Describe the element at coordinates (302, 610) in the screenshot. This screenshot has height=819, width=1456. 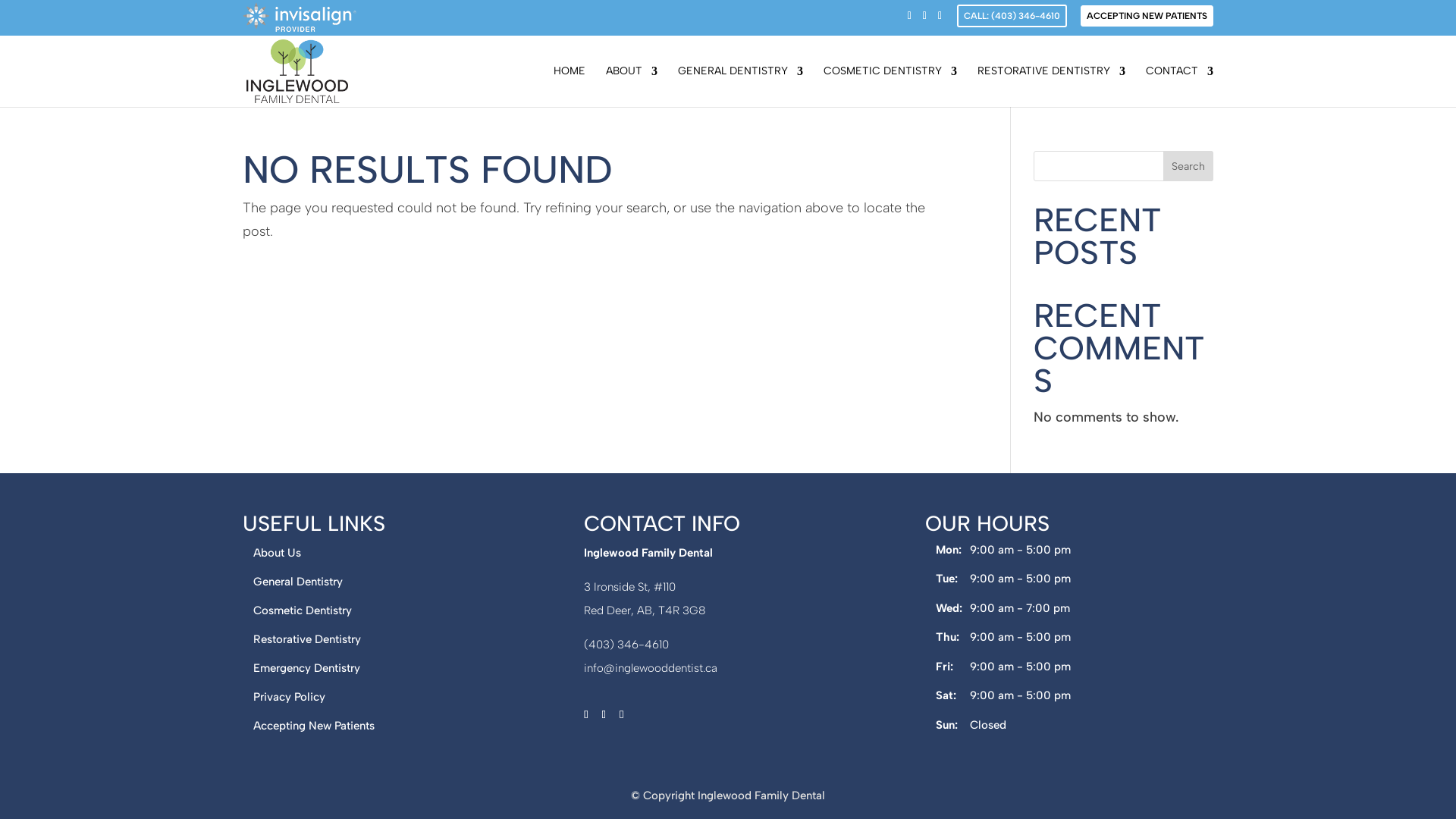
I see `'Cosmetic Dentistry'` at that location.